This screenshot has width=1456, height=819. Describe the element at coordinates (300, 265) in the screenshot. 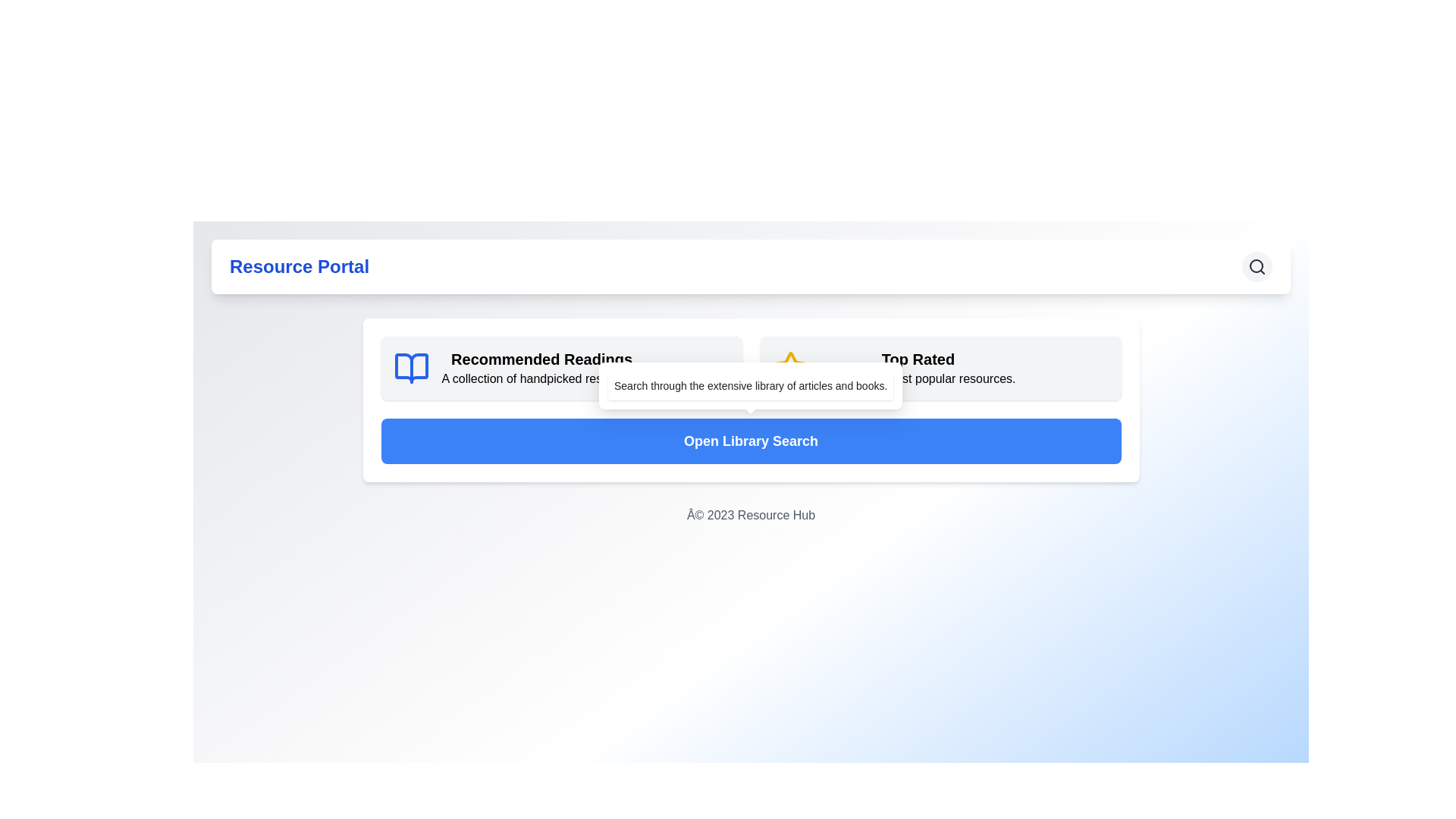

I see `the 'Resource Portal' text label, which is styled in bold, large blue font and serves as part of the navigational header` at that location.